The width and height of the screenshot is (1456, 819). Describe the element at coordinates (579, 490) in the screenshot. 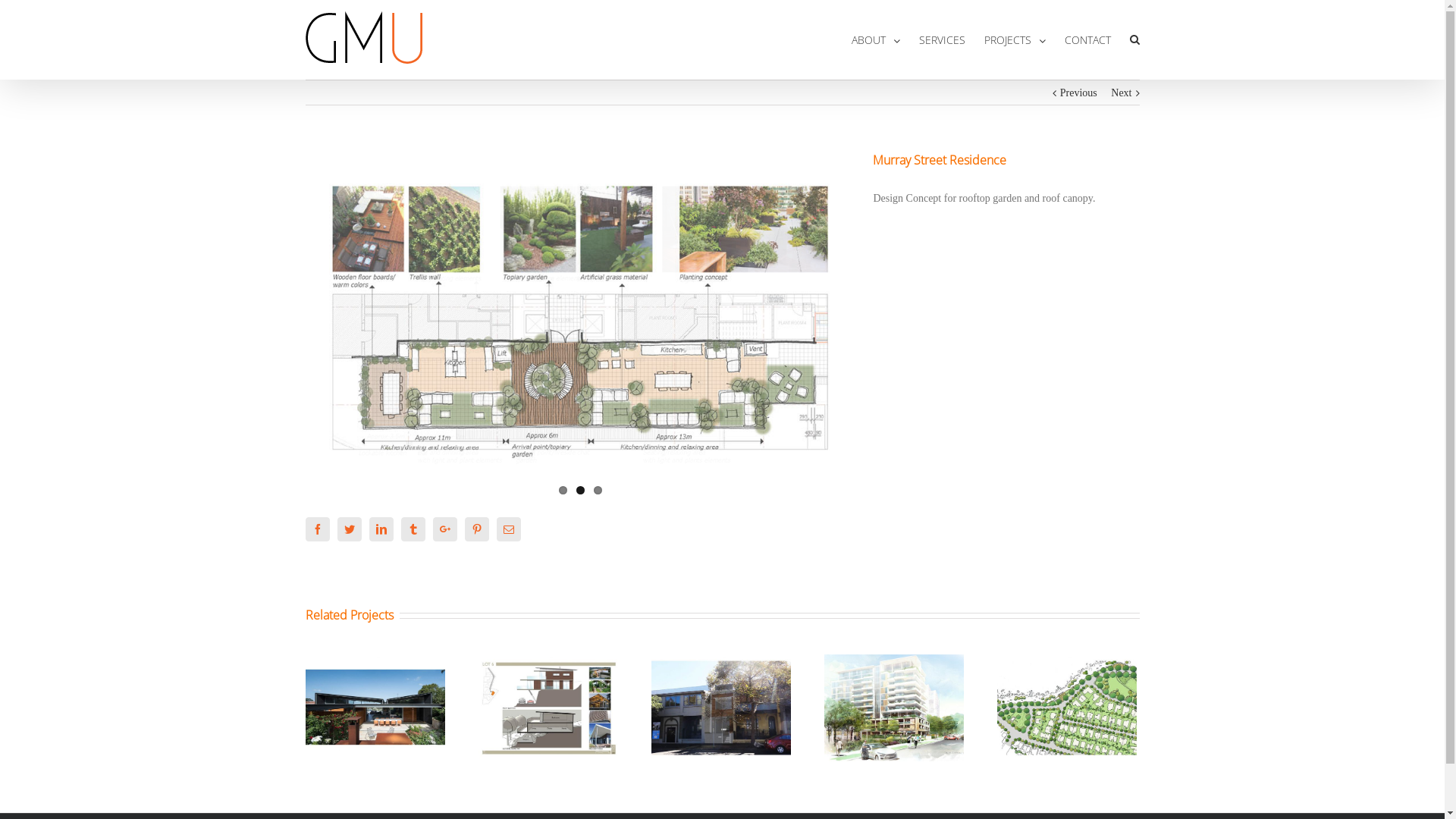

I see `'2'` at that location.